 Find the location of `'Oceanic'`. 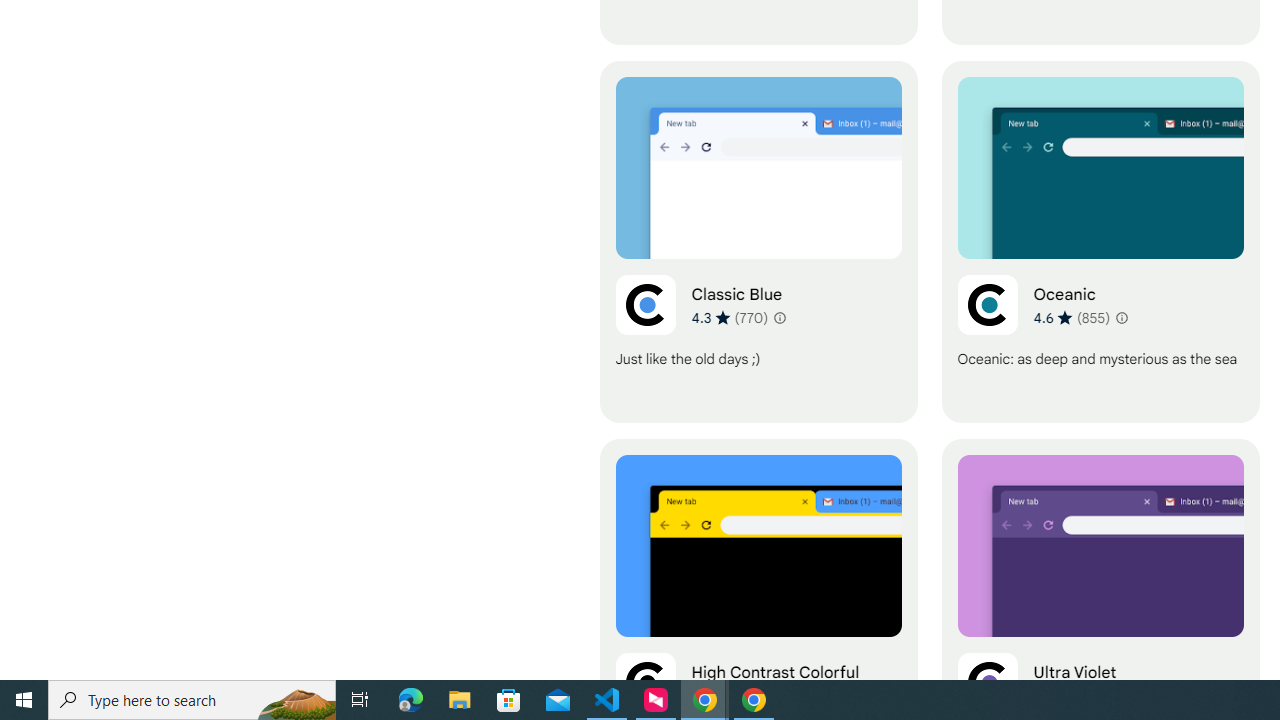

'Oceanic' is located at coordinates (1099, 241).